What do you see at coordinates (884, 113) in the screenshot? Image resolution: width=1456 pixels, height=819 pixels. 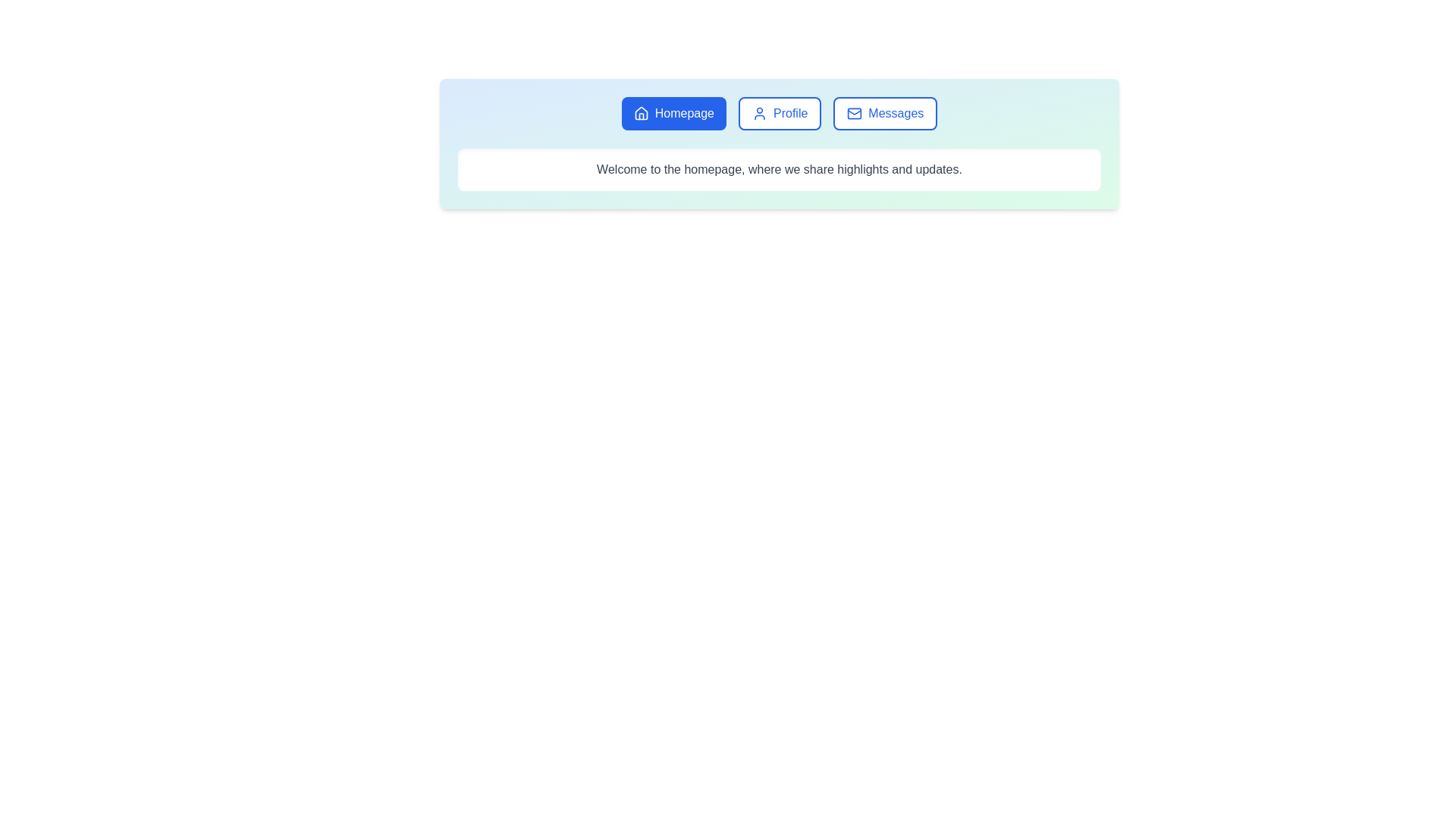 I see `the Messages tab` at bounding box center [884, 113].